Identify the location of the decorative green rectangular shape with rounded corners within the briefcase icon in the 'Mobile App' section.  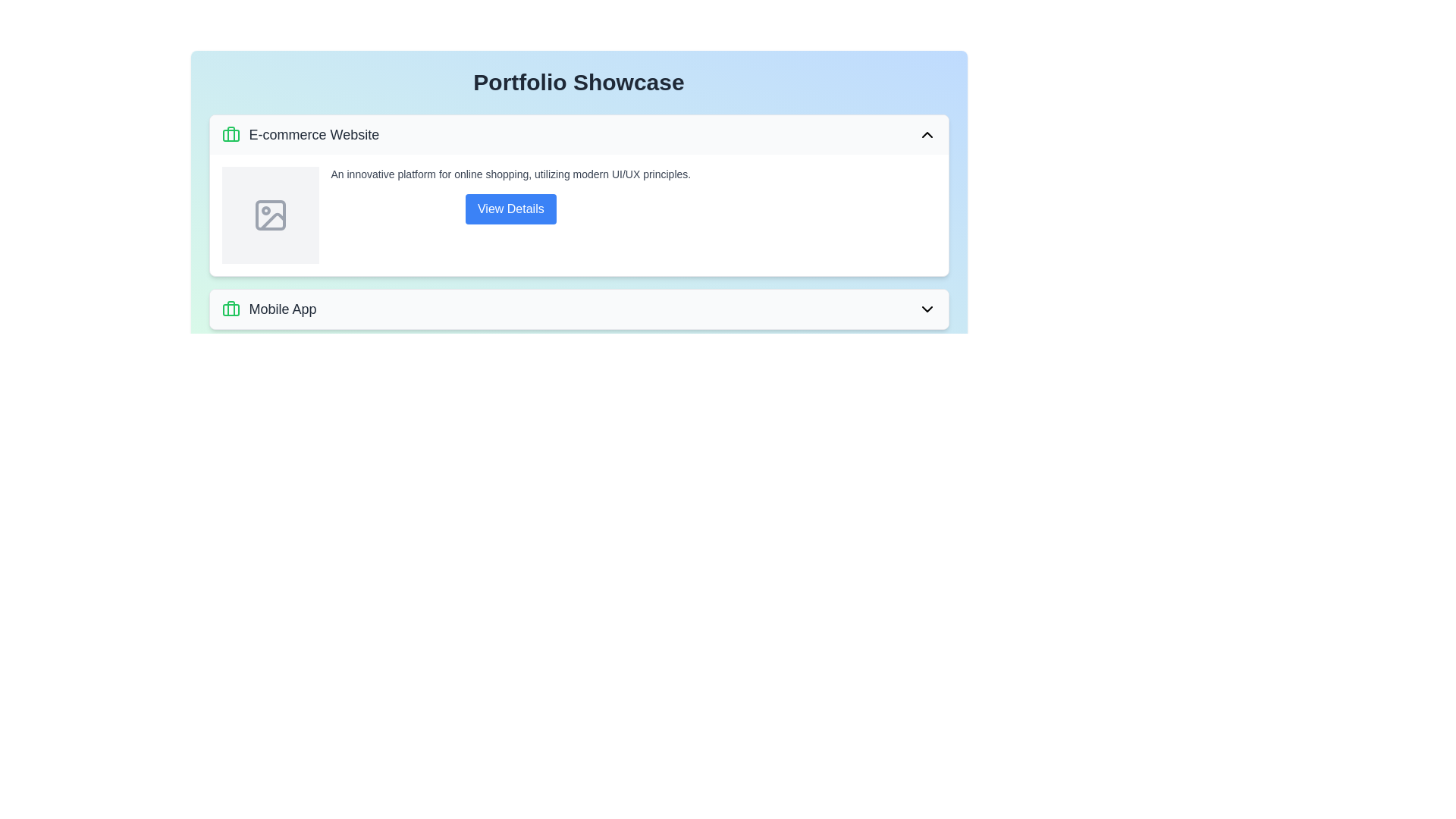
(230, 134).